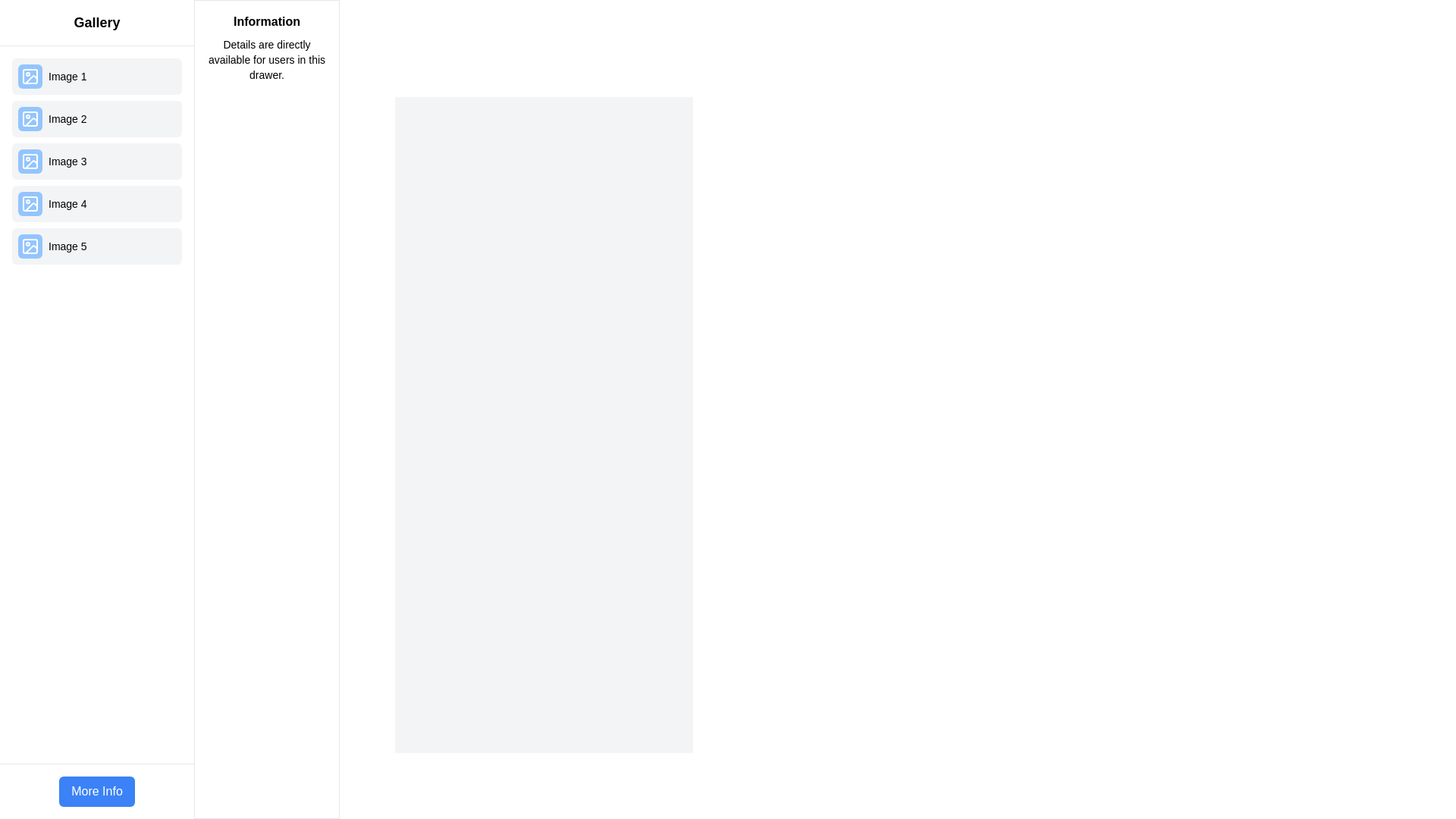 This screenshot has width=1456, height=819. Describe the element at coordinates (30, 245) in the screenshot. I see `the square blue Icon button with a white image symbol at the center, located in the top-left corner of the list item labeled 'Image 5' in the gallery section` at that location.